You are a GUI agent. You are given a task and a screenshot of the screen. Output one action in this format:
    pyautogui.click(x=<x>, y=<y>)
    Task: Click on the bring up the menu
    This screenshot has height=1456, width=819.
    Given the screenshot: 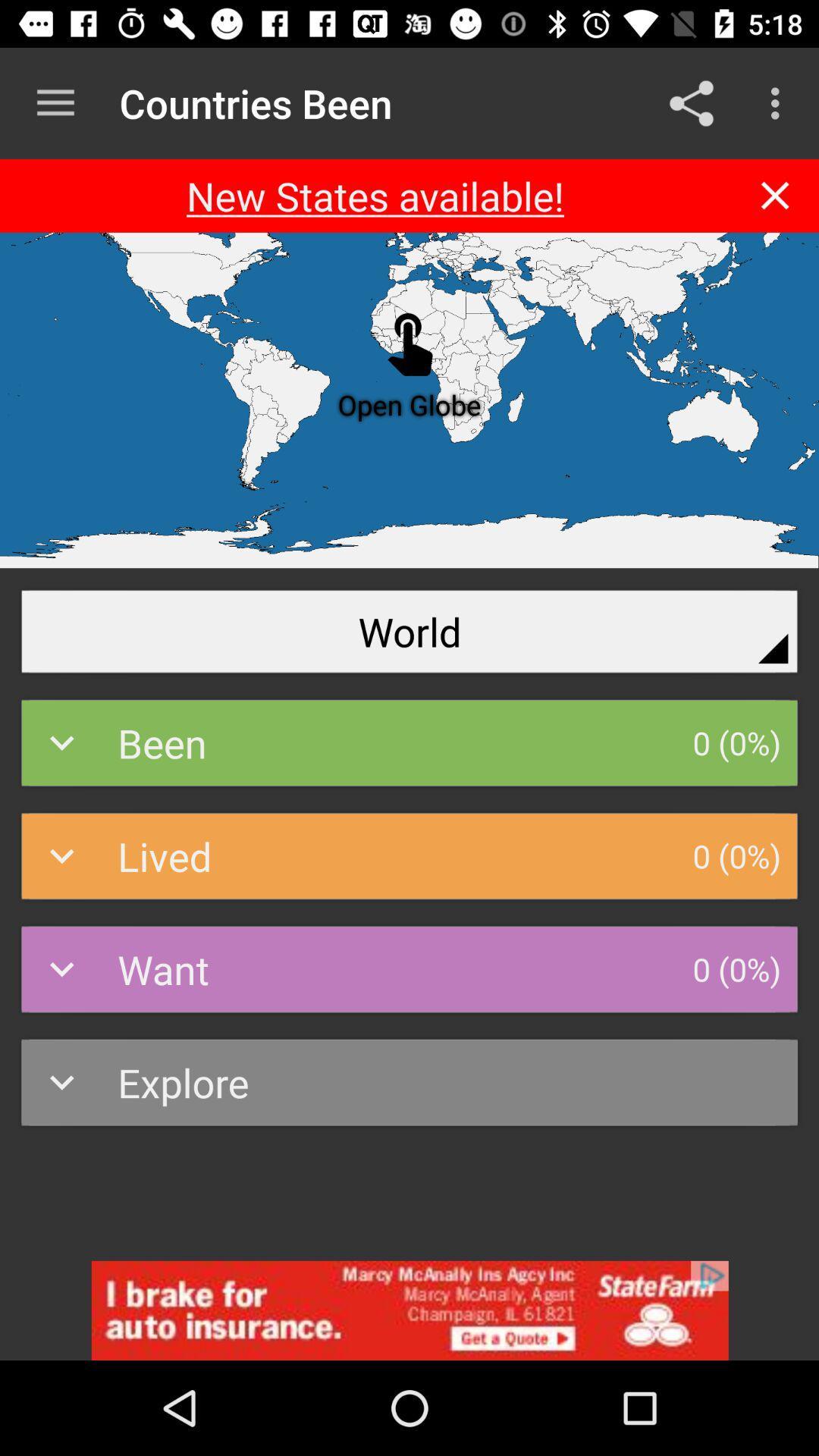 What is the action you would take?
    pyautogui.click(x=55, y=102)
    